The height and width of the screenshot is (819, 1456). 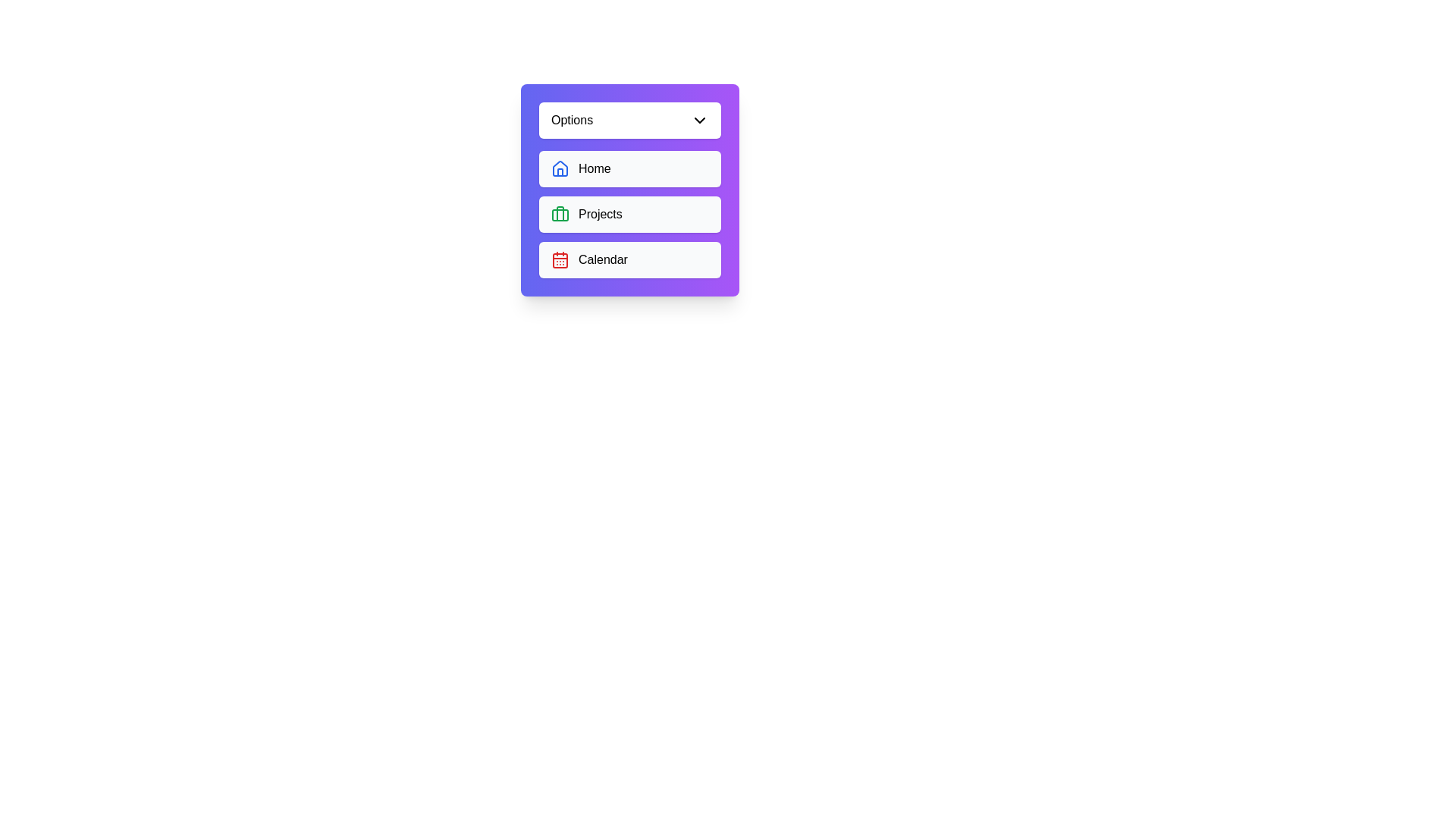 I want to click on the 'Calendar' option in the sidebar menu, so click(x=629, y=259).